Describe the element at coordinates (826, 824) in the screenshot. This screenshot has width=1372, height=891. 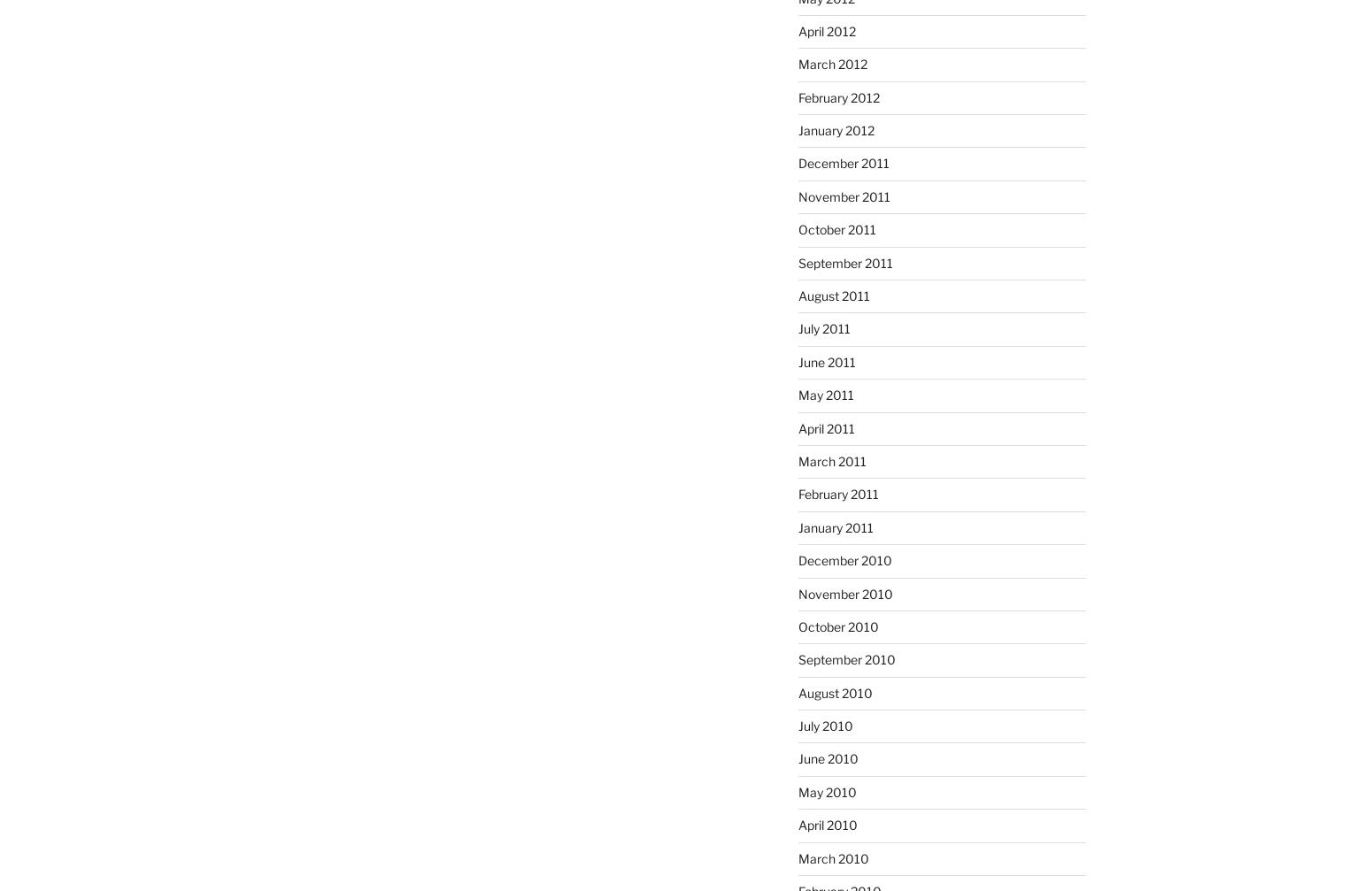
I see `'April 2010'` at that location.